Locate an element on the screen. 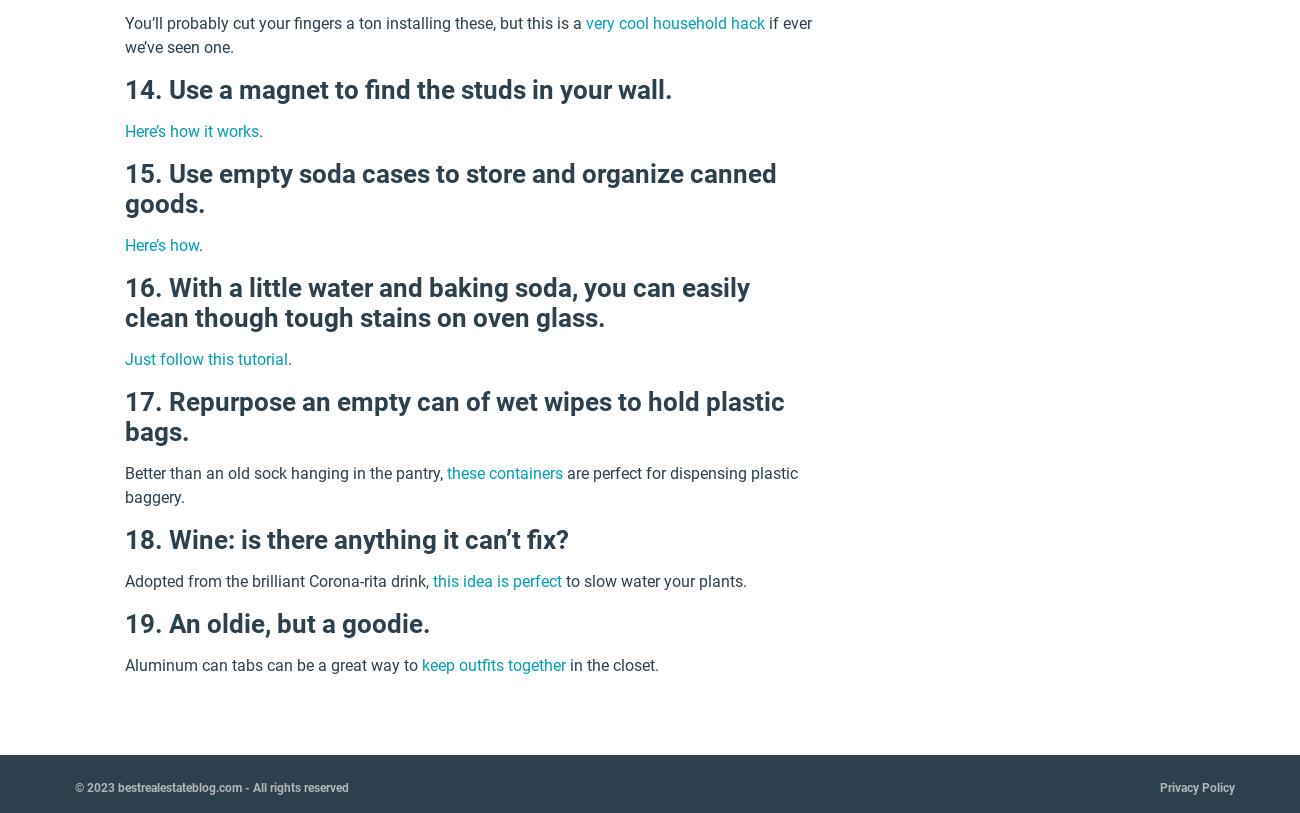 The height and width of the screenshot is (813, 1300). 'very cool household hack' is located at coordinates (585, 22).